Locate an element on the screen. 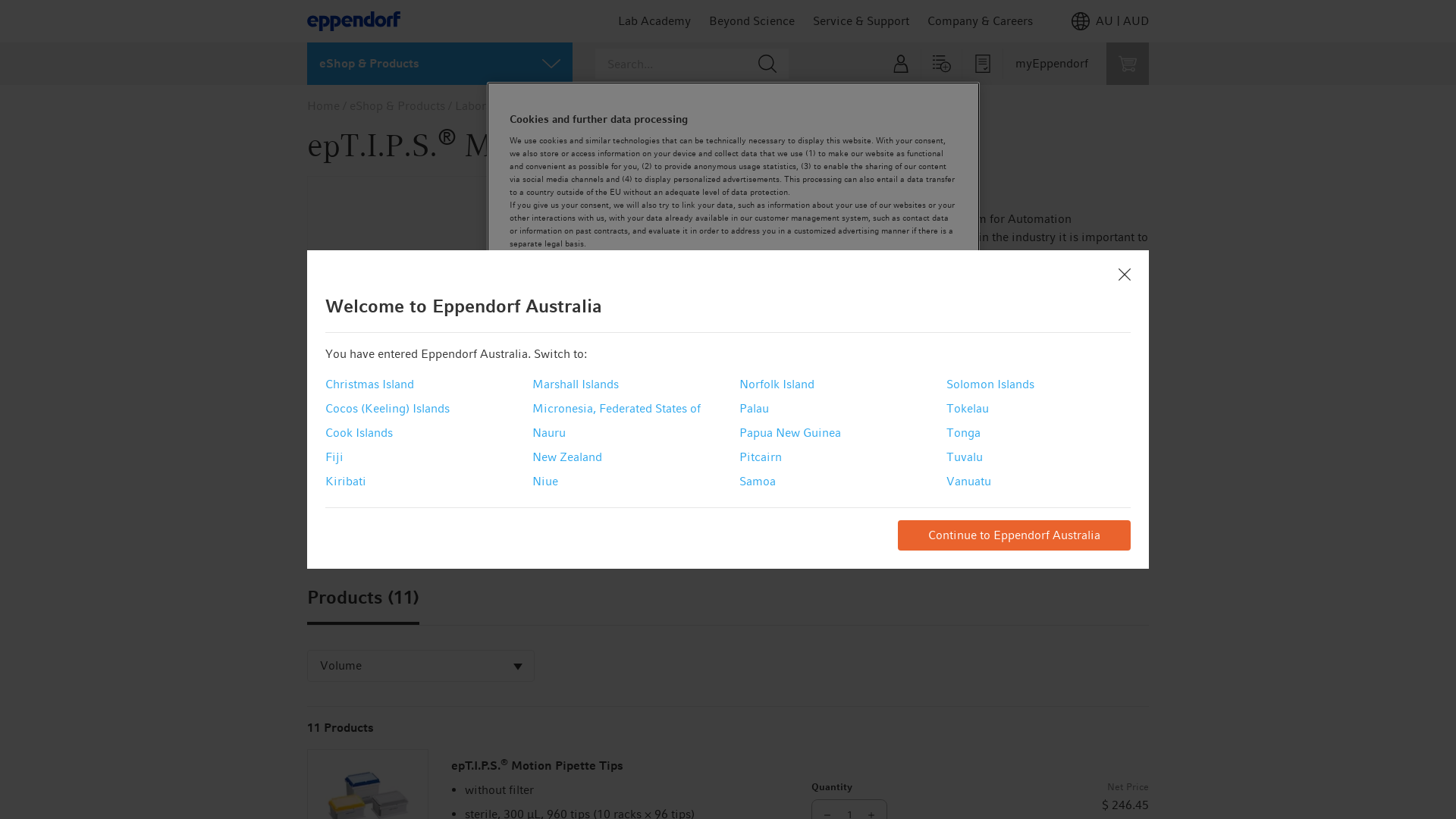 This screenshot has height=819, width=1456. 'Quote' is located at coordinates (983, 63).